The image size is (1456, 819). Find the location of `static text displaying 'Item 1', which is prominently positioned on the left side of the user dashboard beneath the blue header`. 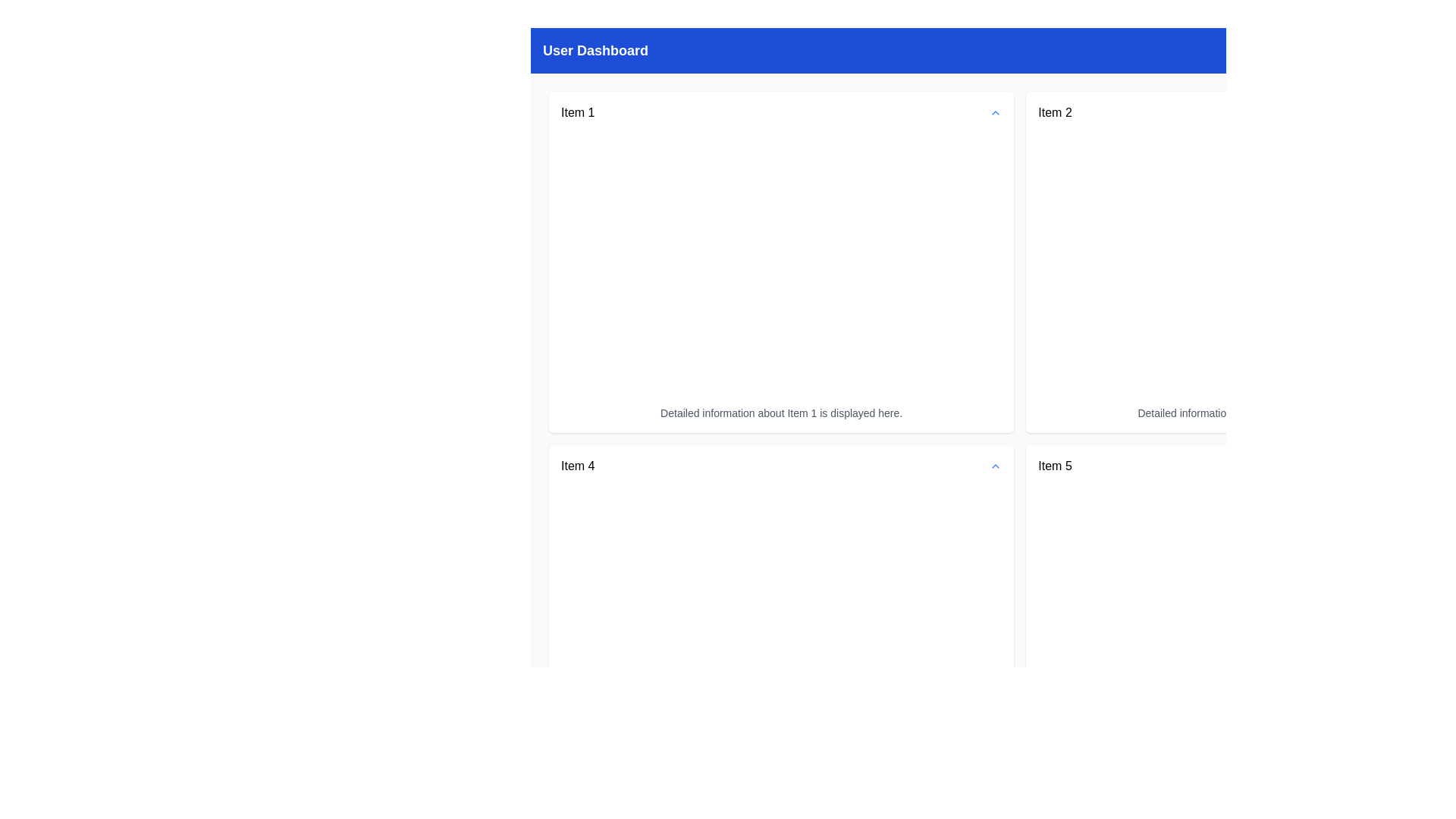

static text displaying 'Item 1', which is prominently positioned on the left side of the user dashboard beneath the blue header is located at coordinates (577, 112).